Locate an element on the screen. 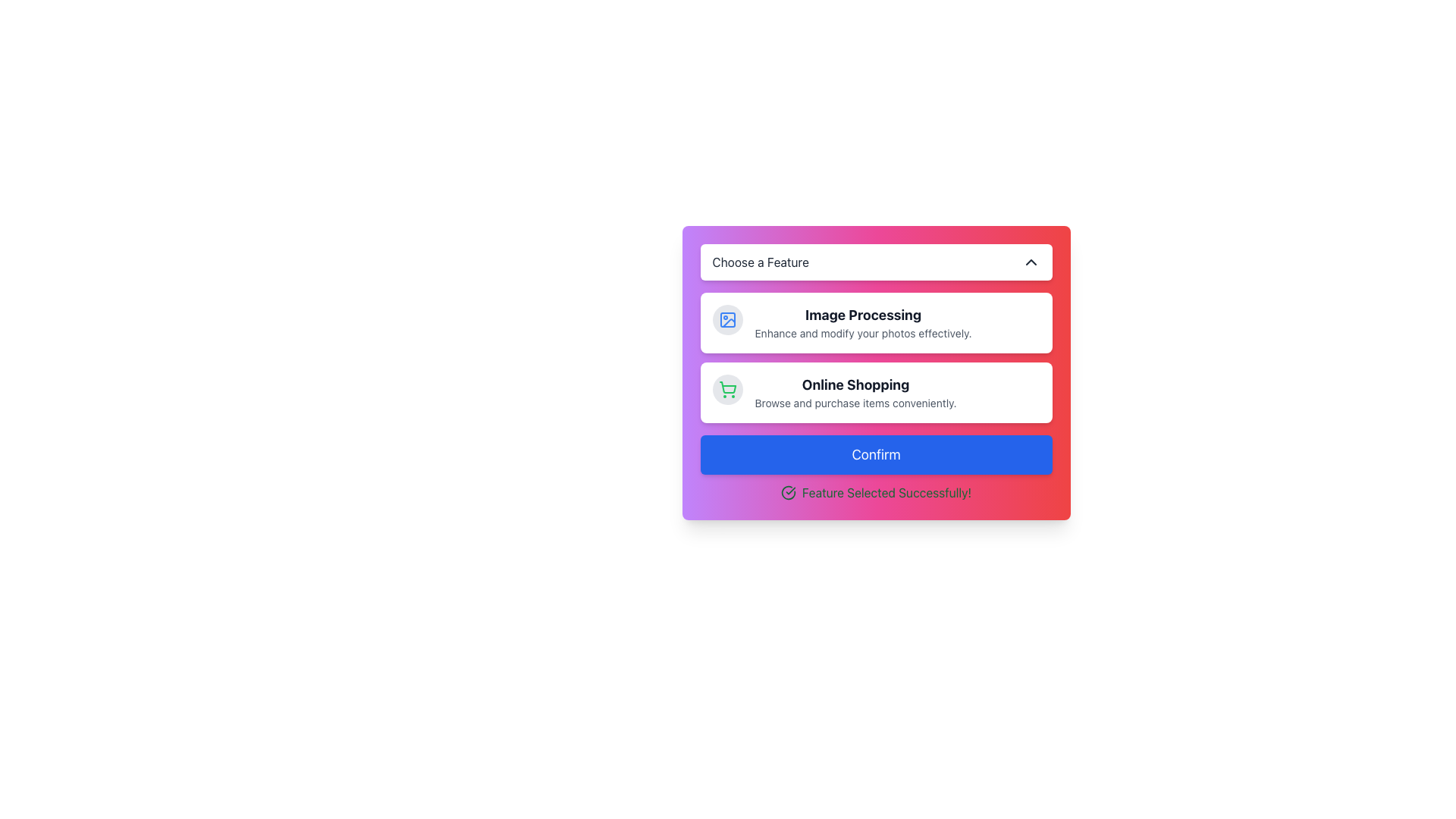 The width and height of the screenshot is (1456, 819). the text label that serves as the title for the 'Image Processing' feature, located above the text 'Enhance and modify your photos effectively' is located at coordinates (863, 315).